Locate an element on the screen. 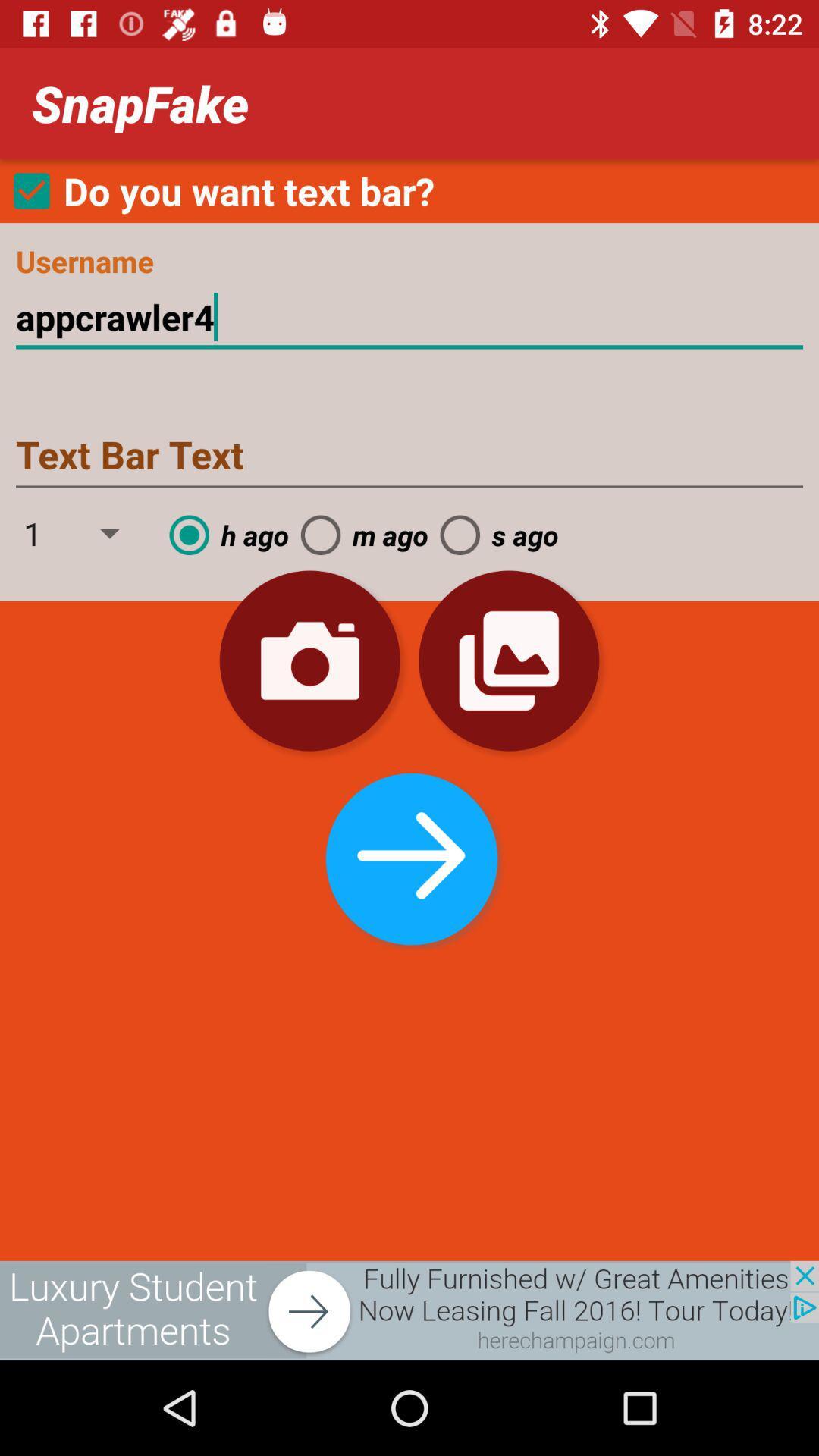 The image size is (819, 1456). screen putton is located at coordinates (409, 1310).